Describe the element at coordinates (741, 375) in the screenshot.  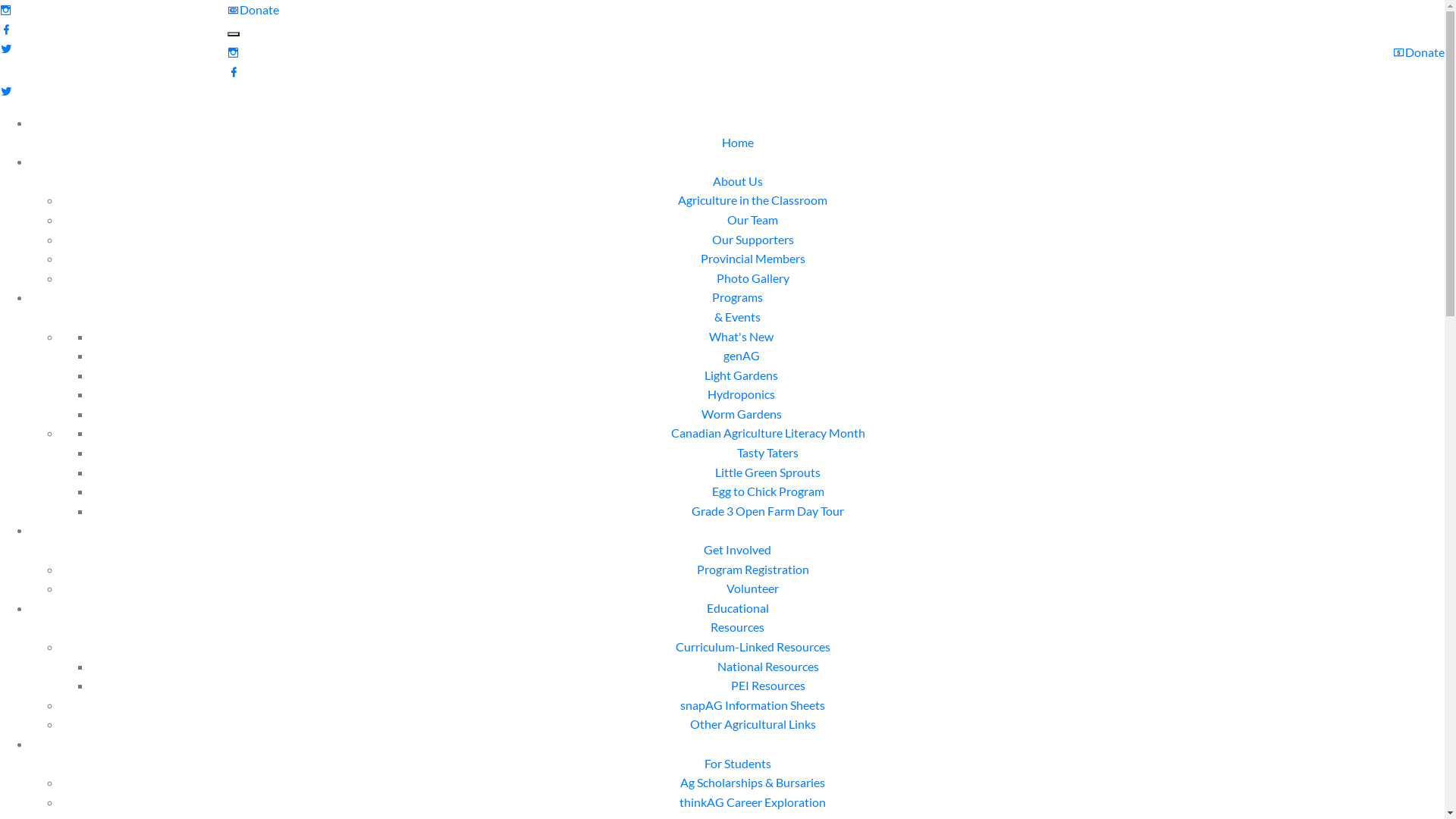
I see `'Light Gardens'` at that location.